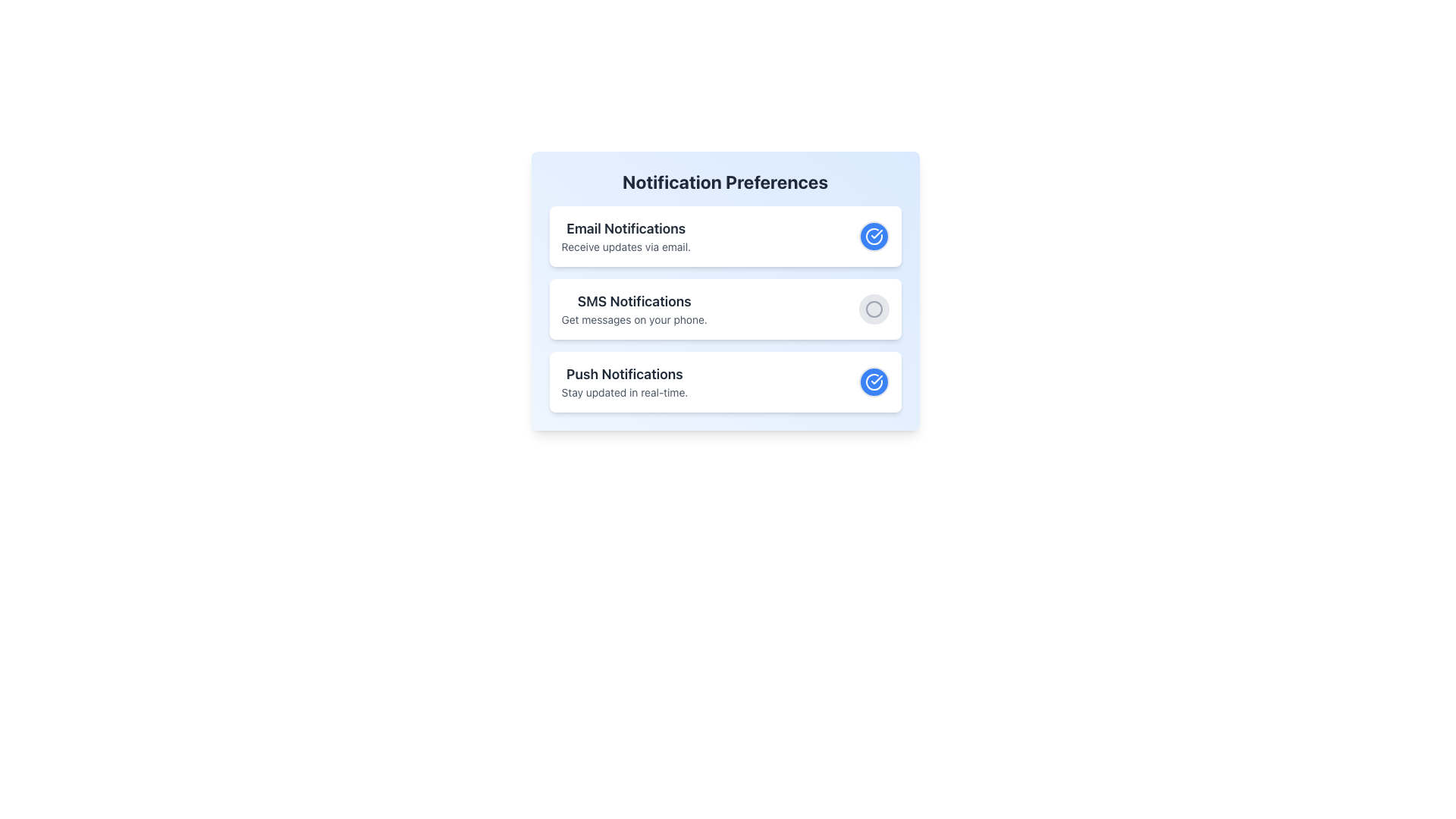 Image resolution: width=1456 pixels, height=819 pixels. What do you see at coordinates (874, 381) in the screenshot?
I see `the circular toggle button styled with a blue background and white border, located at the far right of the Push Notifications section in the Notification Preferences panel, to trigger a tooltip or style change` at bounding box center [874, 381].